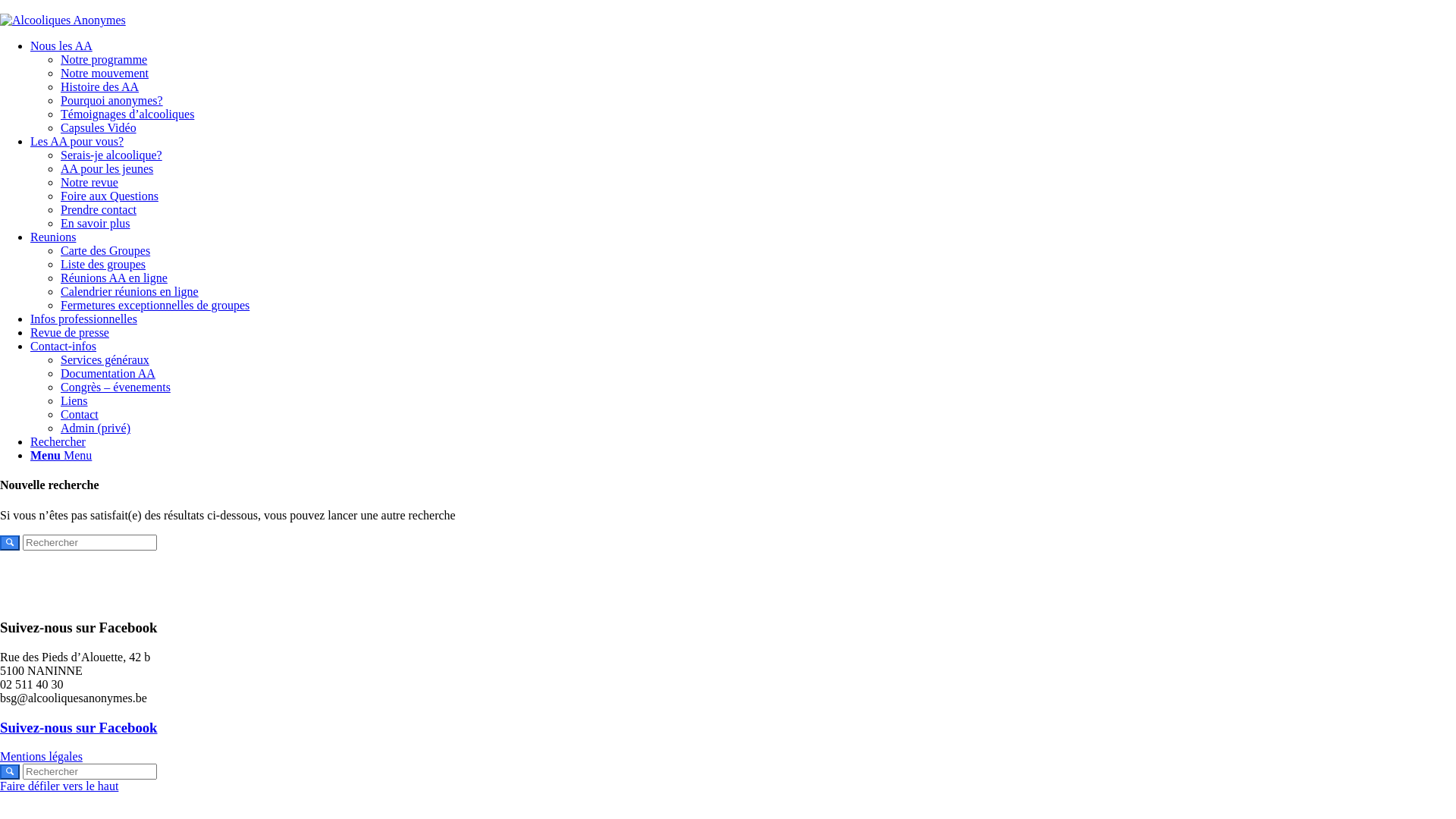 Image resolution: width=1456 pixels, height=819 pixels. What do you see at coordinates (99, 86) in the screenshot?
I see `'Histoire des AA'` at bounding box center [99, 86].